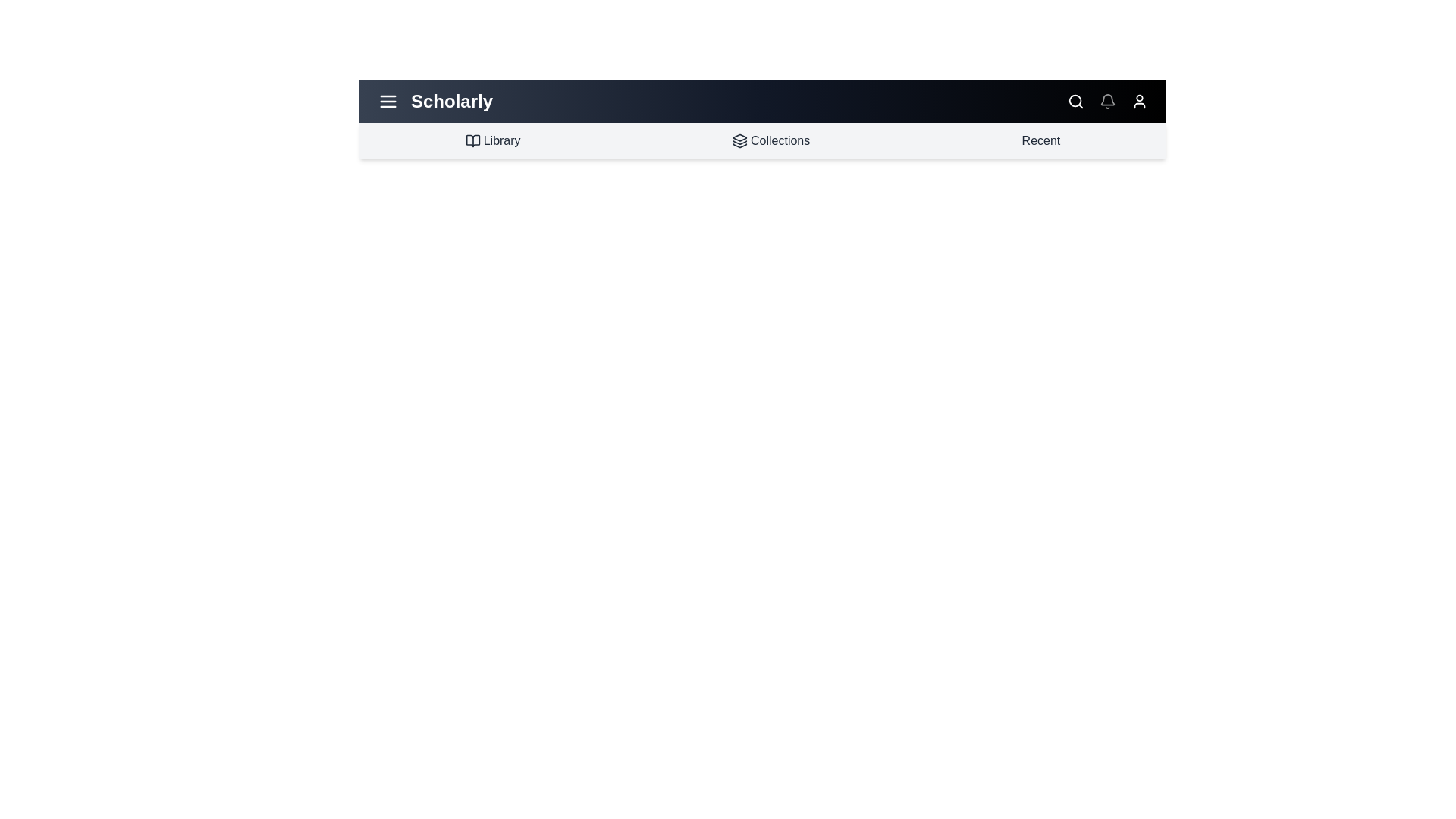 Image resolution: width=1456 pixels, height=819 pixels. Describe the element at coordinates (492, 140) in the screenshot. I see `the 'Library' link in the navigation bar` at that location.